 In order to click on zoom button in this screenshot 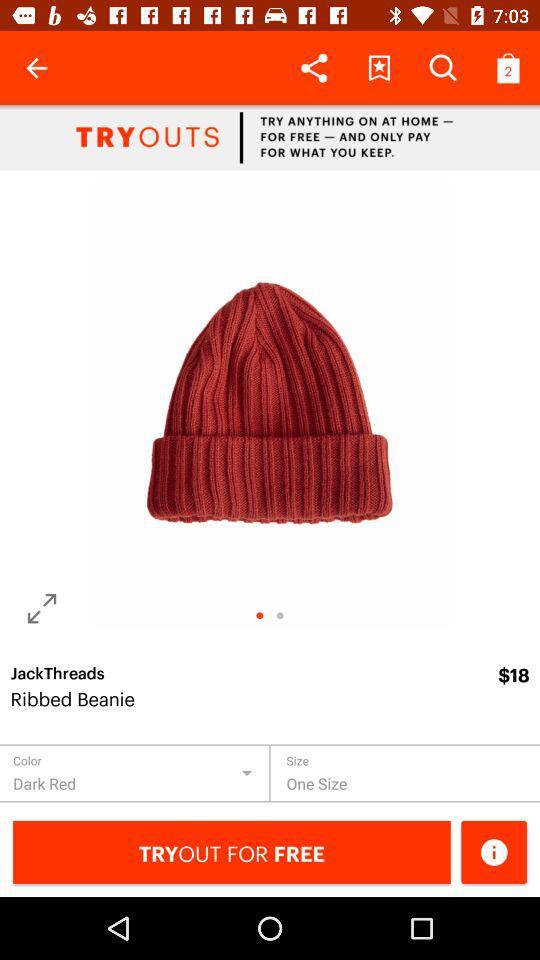, I will do `click(42, 607)`.